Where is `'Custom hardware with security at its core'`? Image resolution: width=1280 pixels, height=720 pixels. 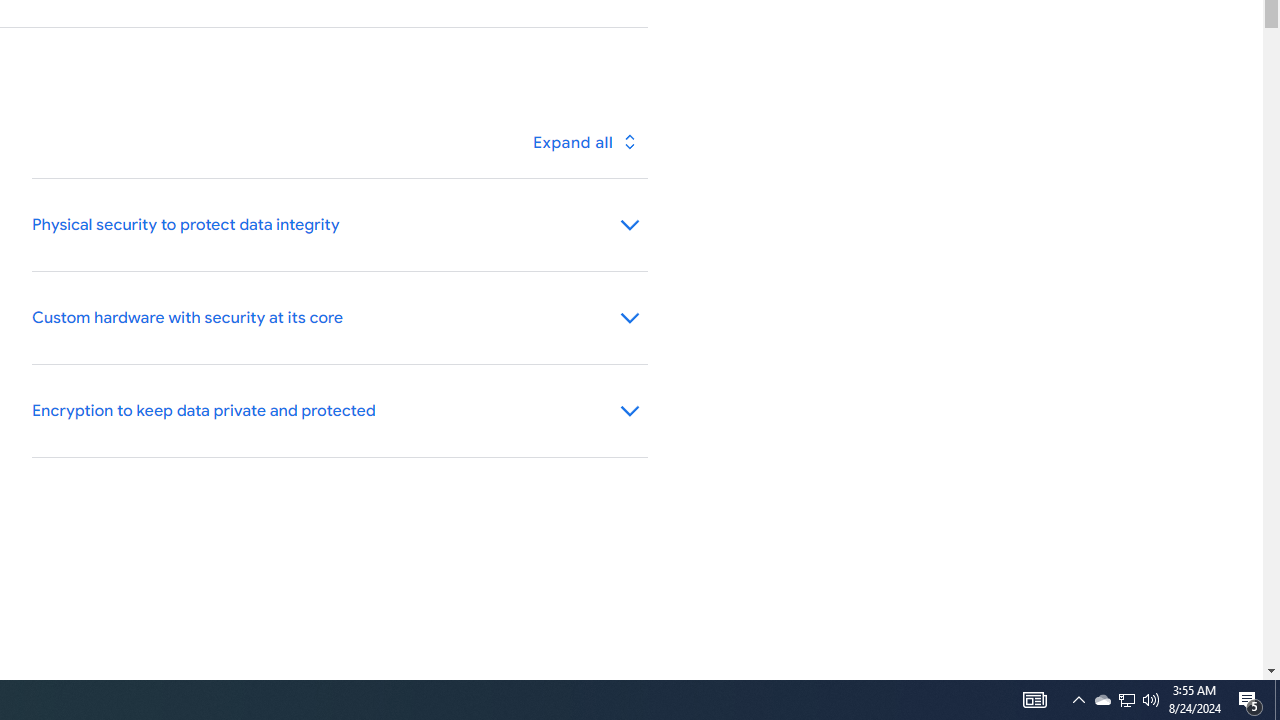 'Custom hardware with security at its core' is located at coordinates (339, 317).